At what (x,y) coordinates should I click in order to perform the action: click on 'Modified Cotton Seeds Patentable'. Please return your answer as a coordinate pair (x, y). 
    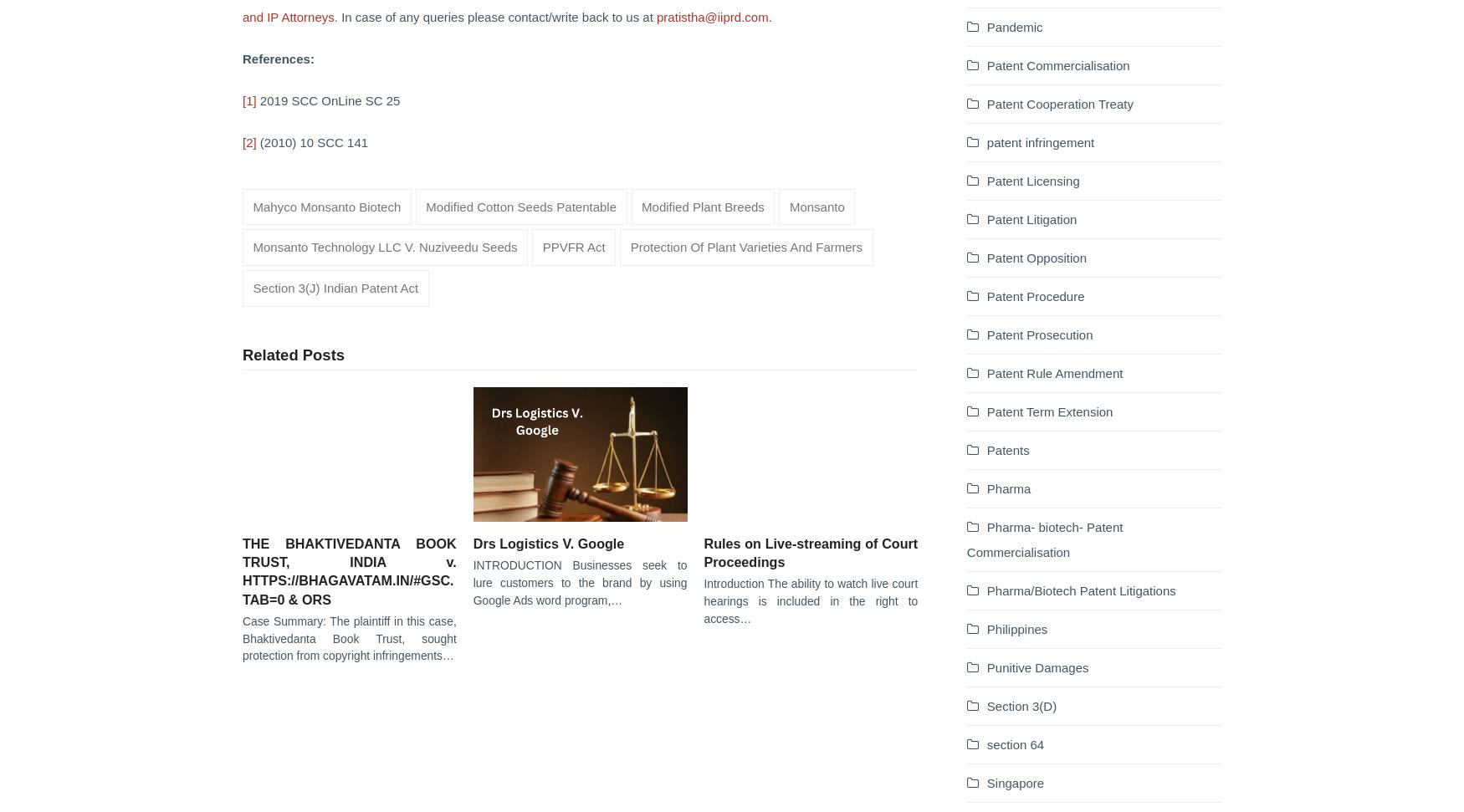
    Looking at the image, I should click on (521, 206).